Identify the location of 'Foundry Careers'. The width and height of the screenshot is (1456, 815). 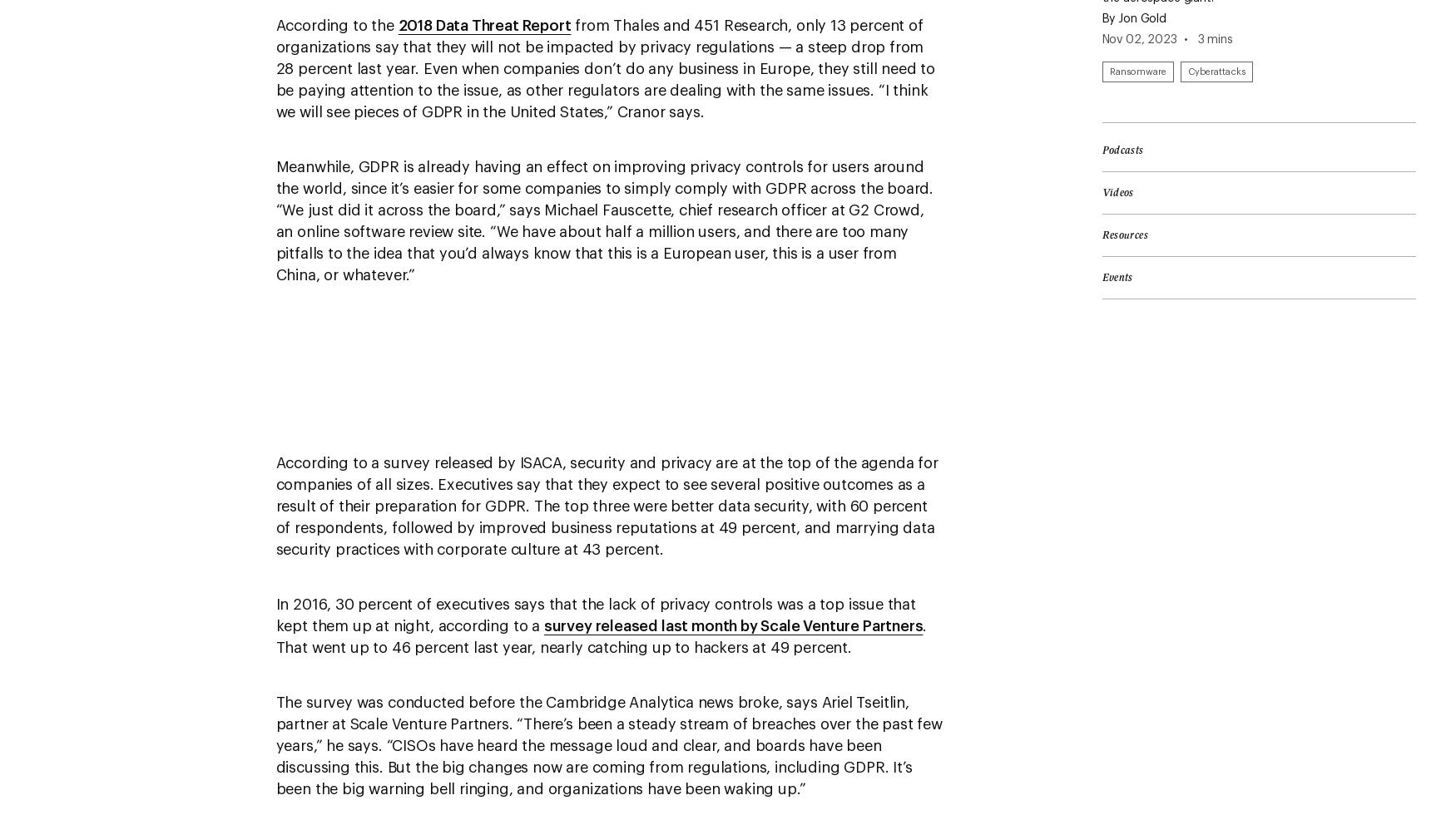
(83, 8).